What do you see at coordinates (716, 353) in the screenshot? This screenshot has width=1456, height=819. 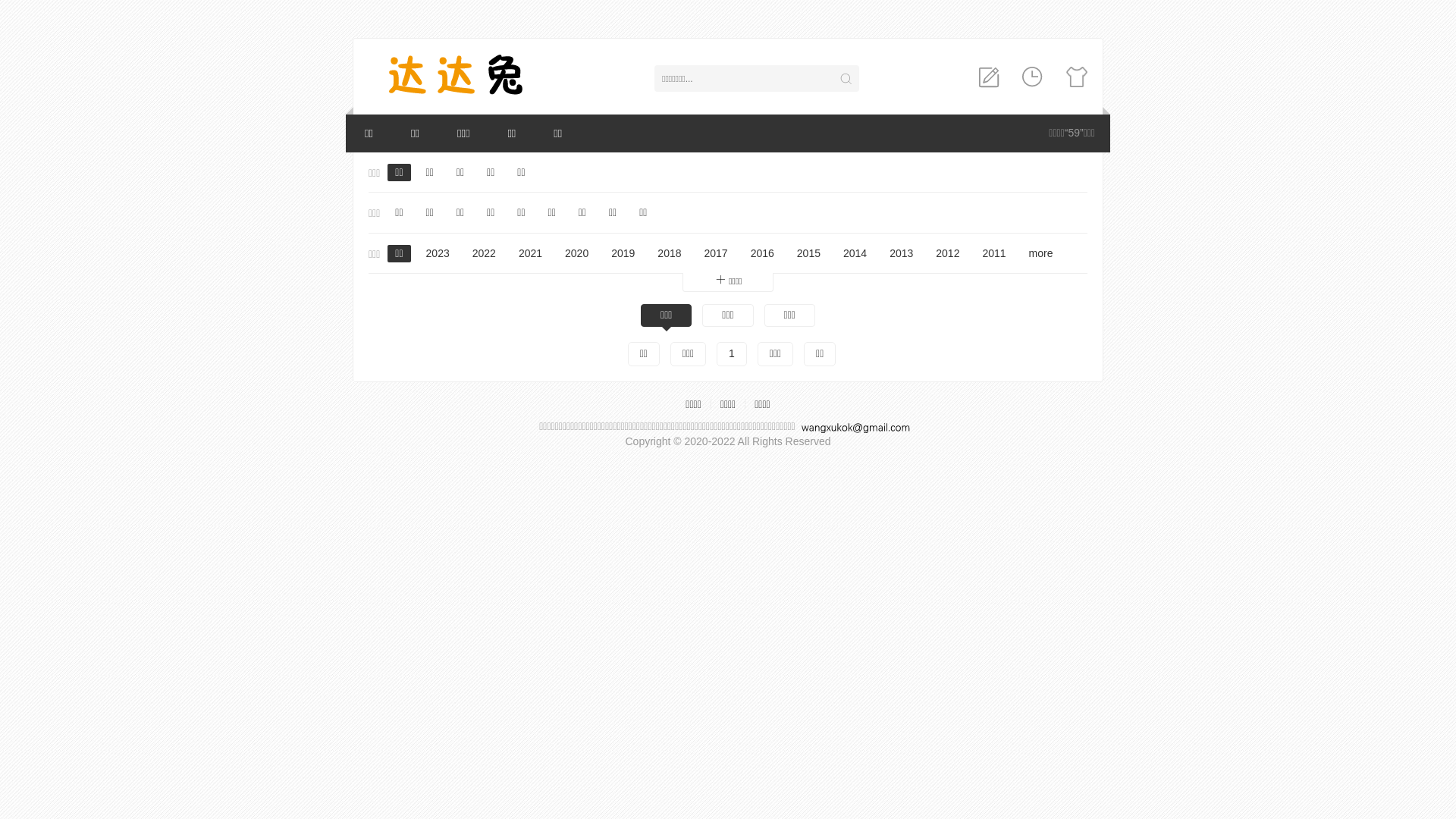 I see `'1'` at bounding box center [716, 353].